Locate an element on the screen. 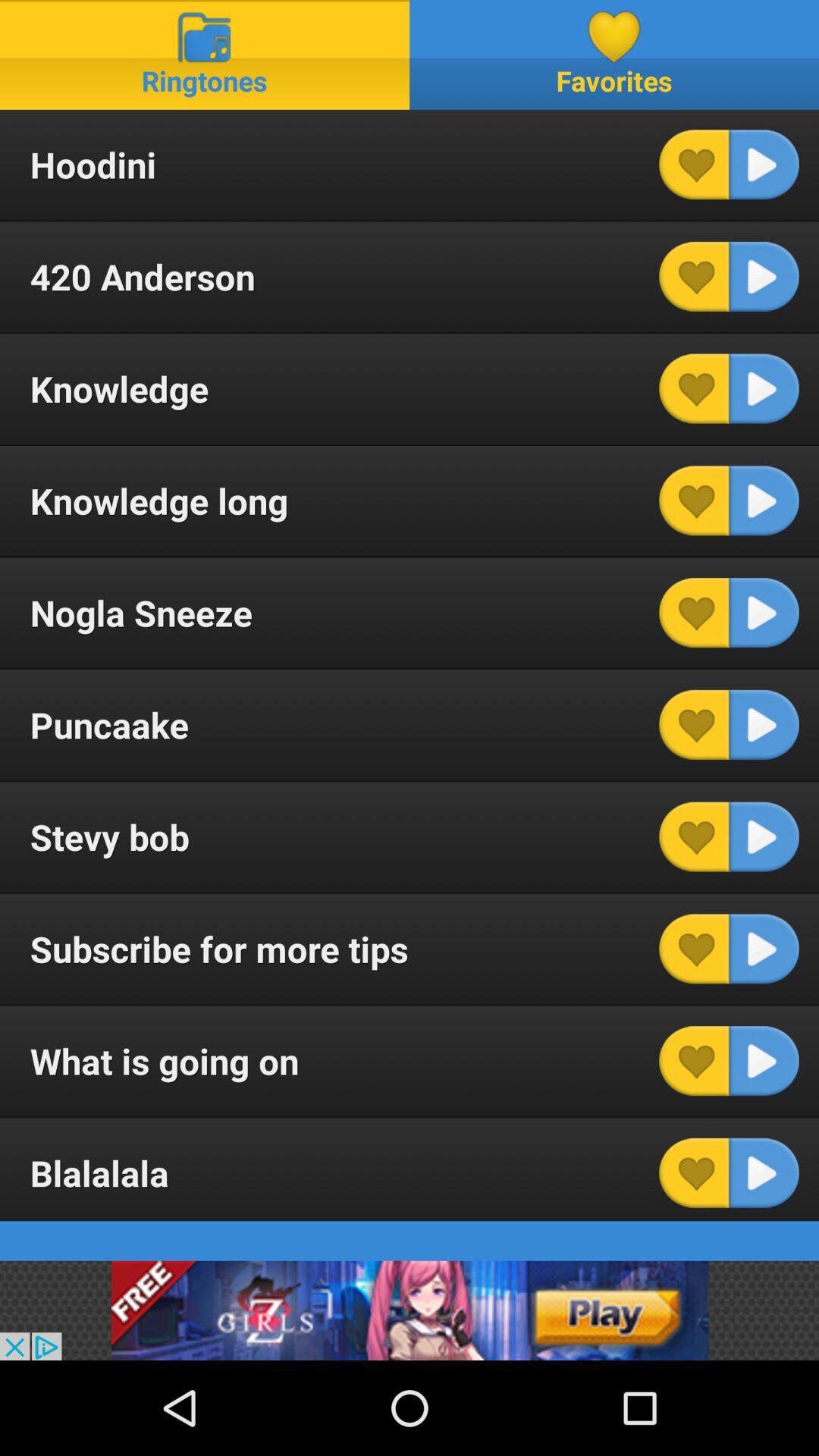  advertisements banner is located at coordinates (409, 1310).